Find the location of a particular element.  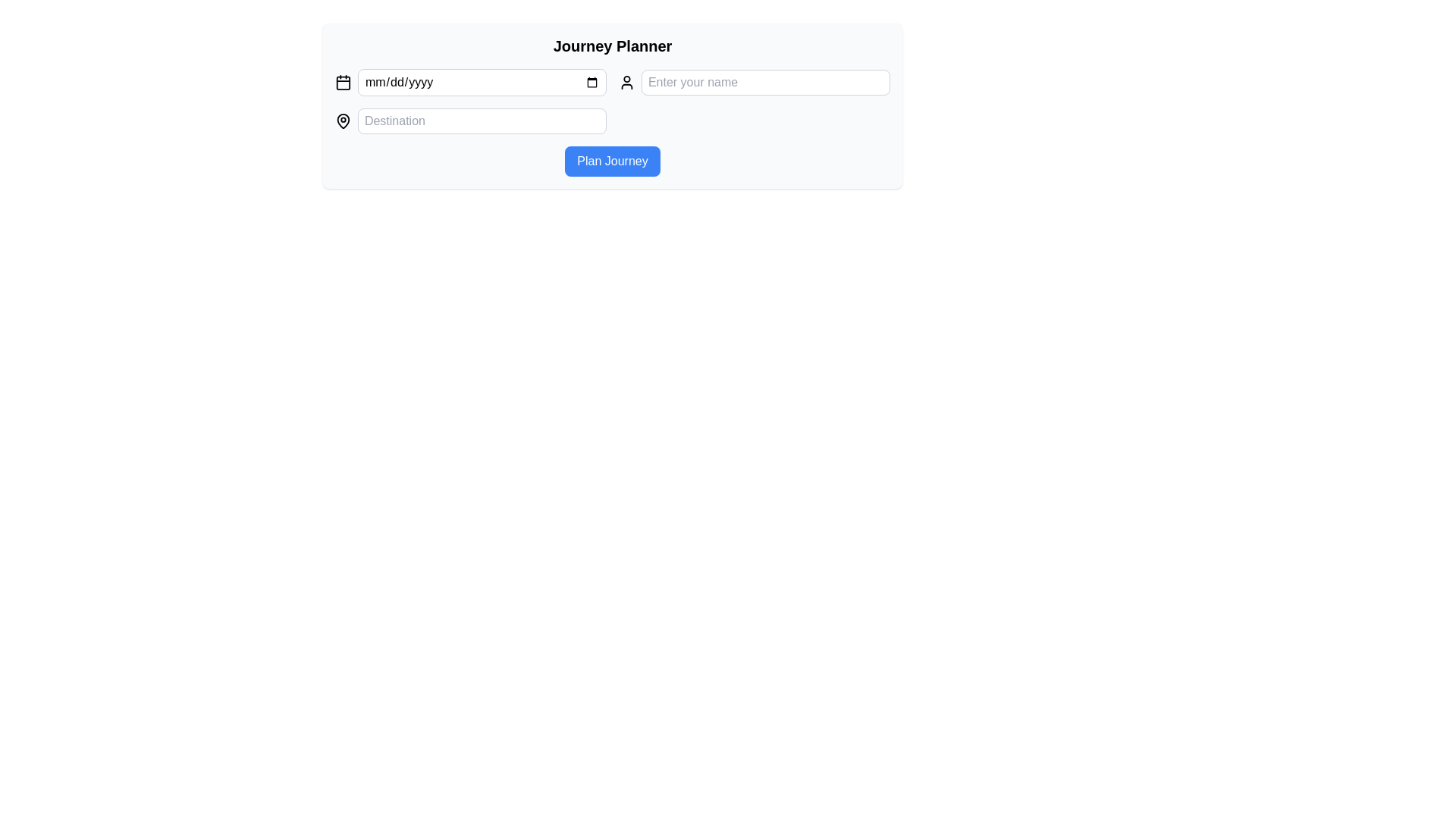

the location indicator icon, which is the first item in the horizontal layout containing the 'Destination' input placeholder is located at coordinates (342, 120).